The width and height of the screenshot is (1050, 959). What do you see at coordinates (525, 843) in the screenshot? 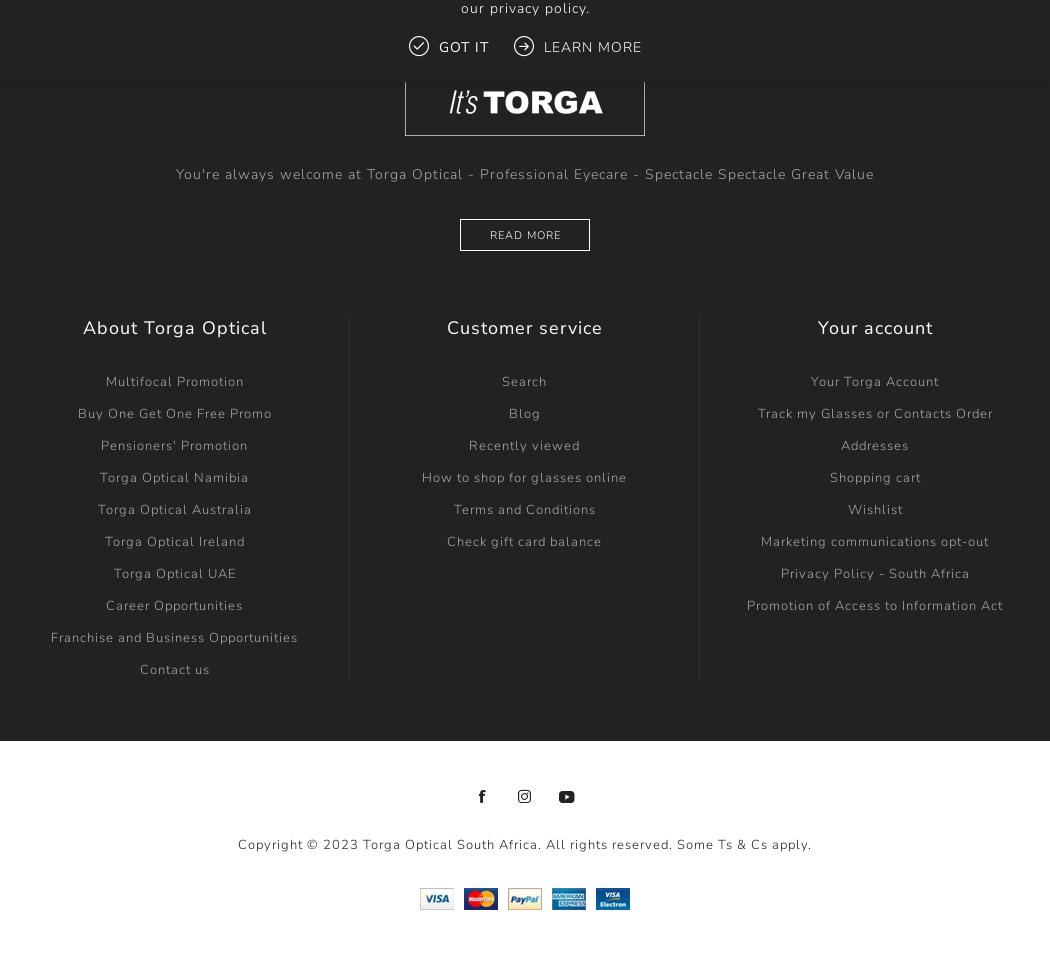
I see `'Copyright © 2023 Torga Optical South Africa. All rights reserved. Some Ts & Cs apply.'` at bounding box center [525, 843].